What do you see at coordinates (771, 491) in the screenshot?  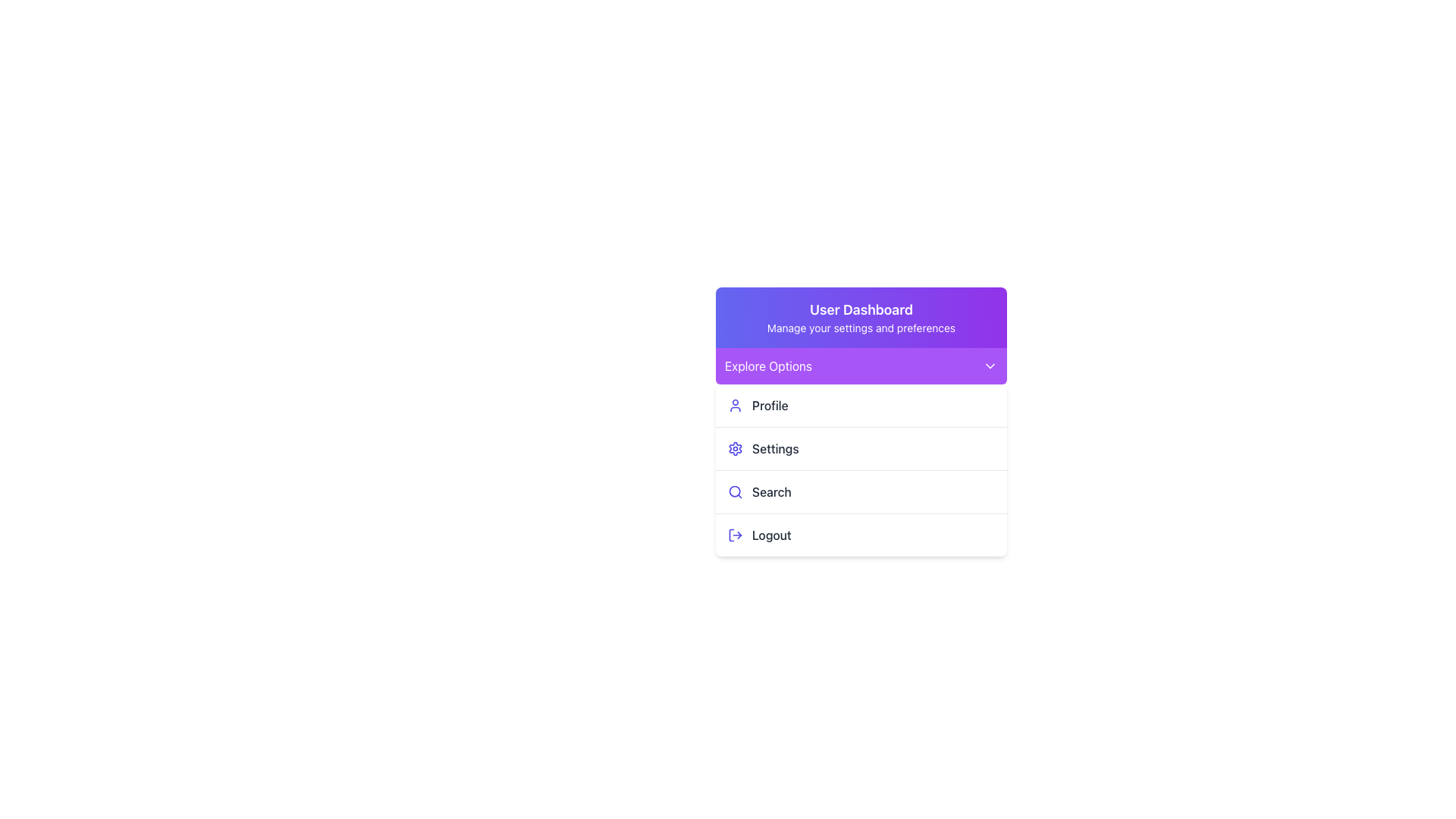 I see `the 'Search' text label displayed in medium-weight gray font` at bounding box center [771, 491].